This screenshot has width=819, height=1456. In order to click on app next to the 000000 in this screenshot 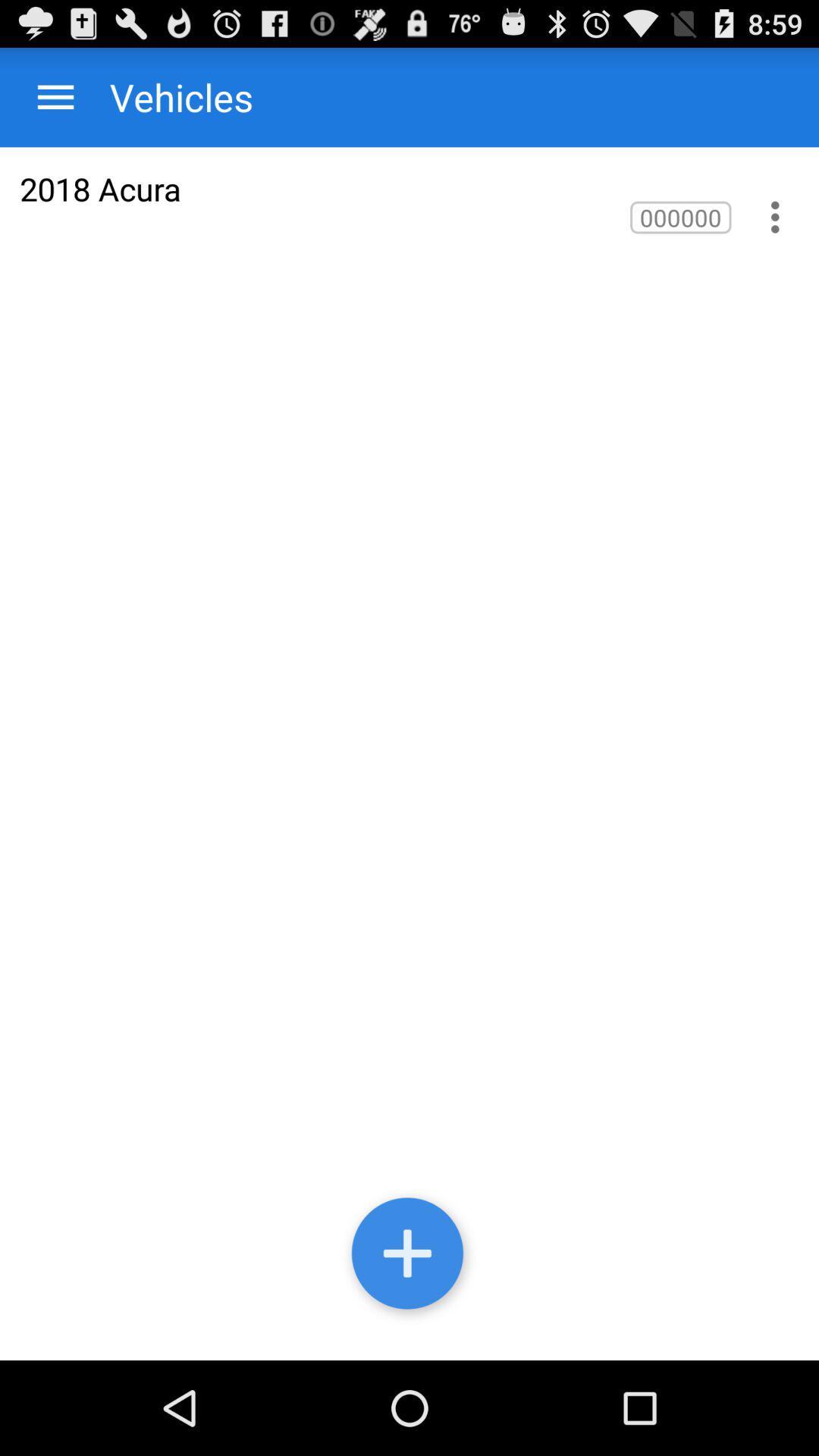, I will do `click(100, 188)`.